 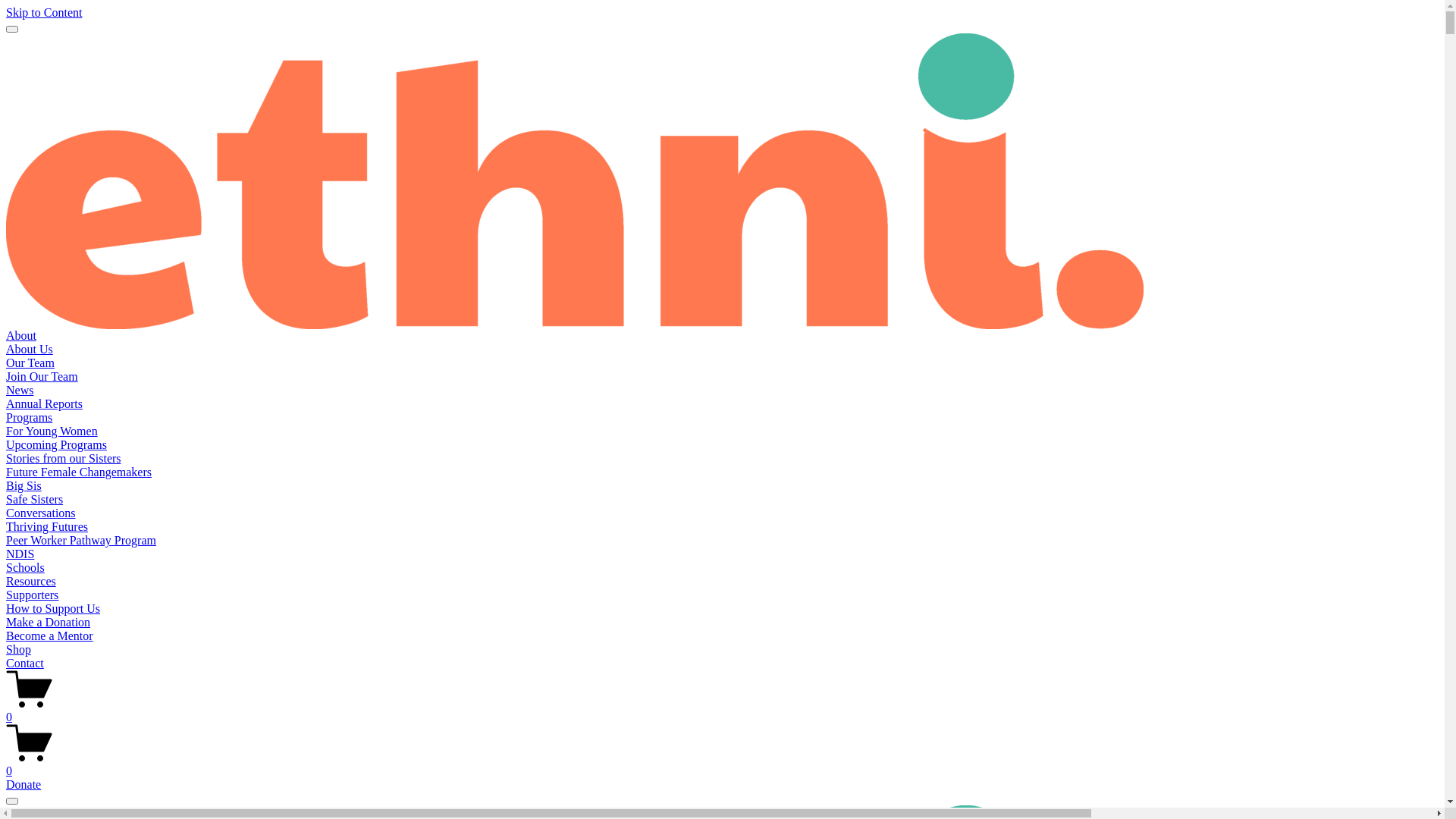 I want to click on 'Shop', so click(x=18, y=648).